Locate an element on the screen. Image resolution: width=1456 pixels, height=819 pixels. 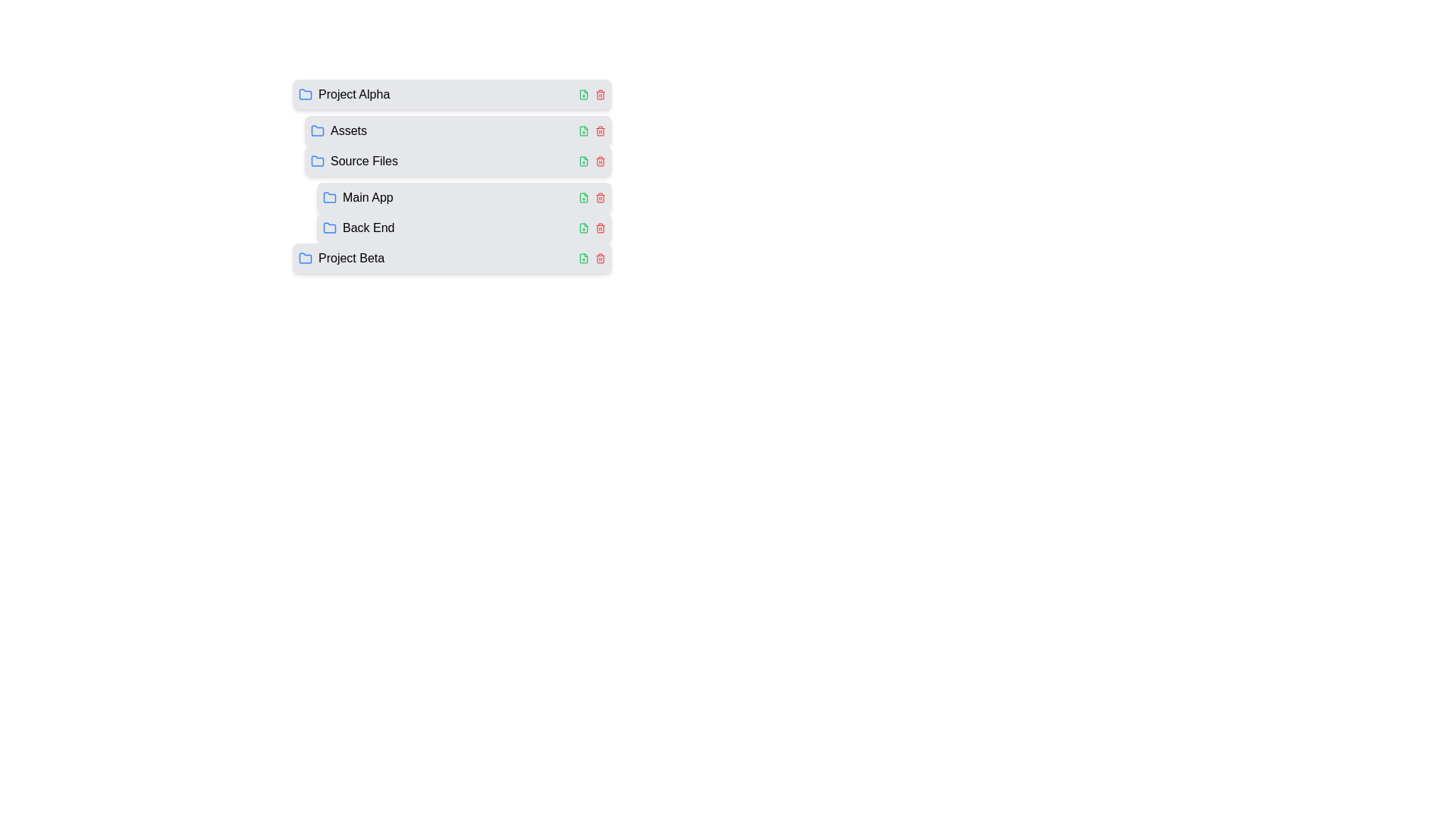
the 'delete' icon in the interactive button set located to the right of the 'Assets' folder label is located at coordinates (591, 130).